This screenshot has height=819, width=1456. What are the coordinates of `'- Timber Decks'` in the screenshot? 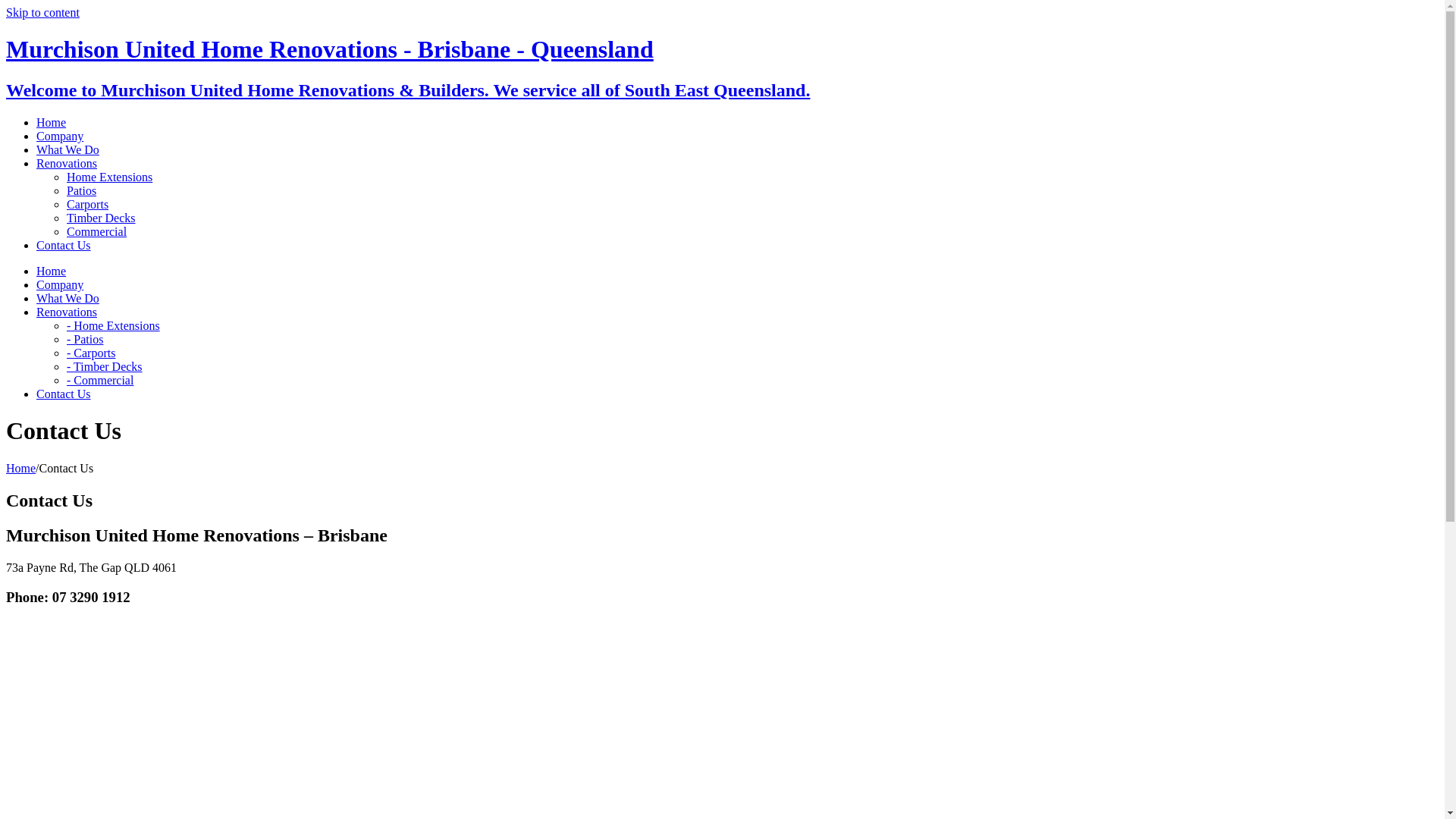 It's located at (104, 366).